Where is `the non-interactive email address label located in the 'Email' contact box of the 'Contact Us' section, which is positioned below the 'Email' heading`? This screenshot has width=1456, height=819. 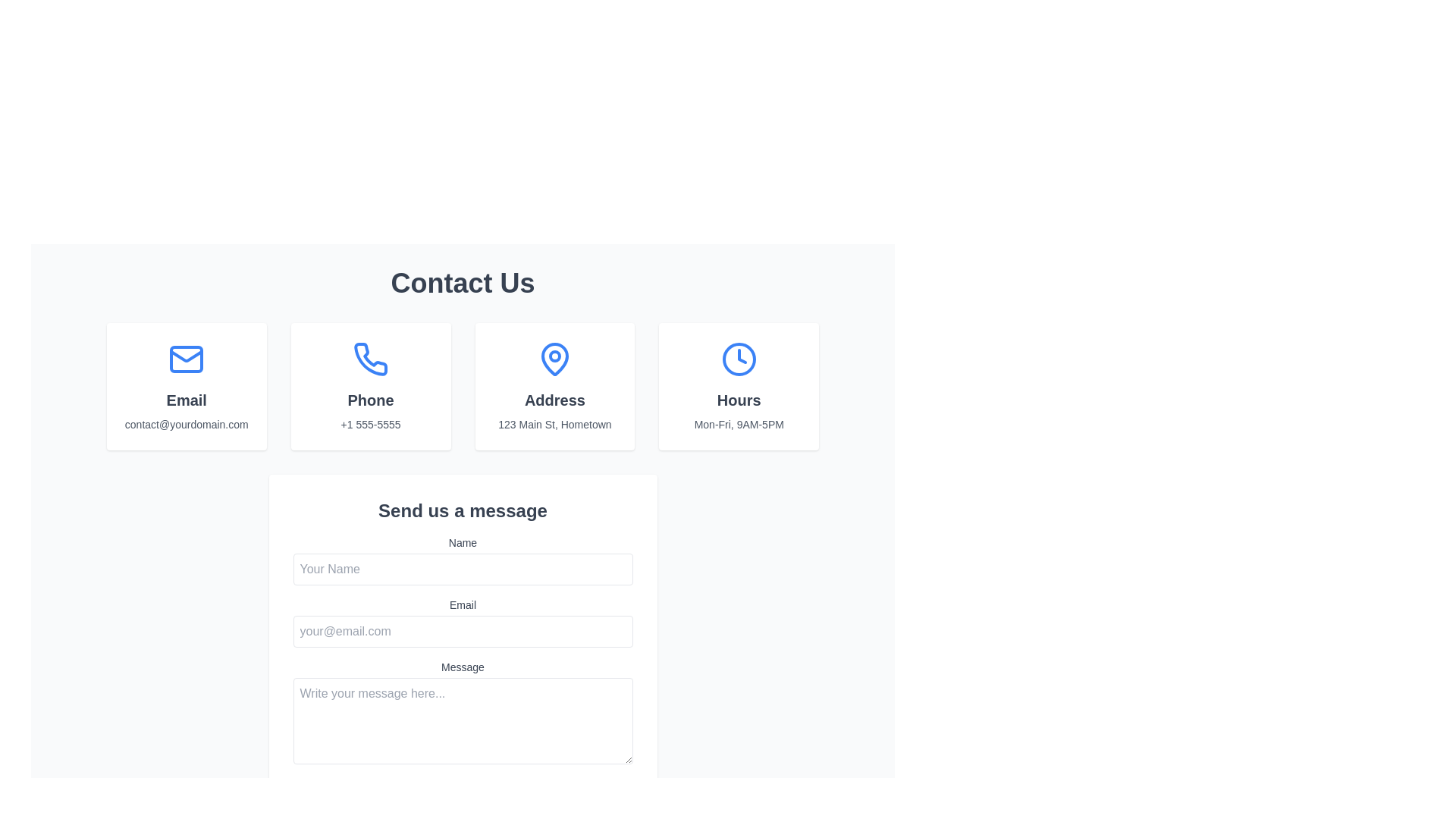 the non-interactive email address label located in the 'Email' contact box of the 'Contact Us' section, which is positioned below the 'Email' heading is located at coordinates (186, 424).